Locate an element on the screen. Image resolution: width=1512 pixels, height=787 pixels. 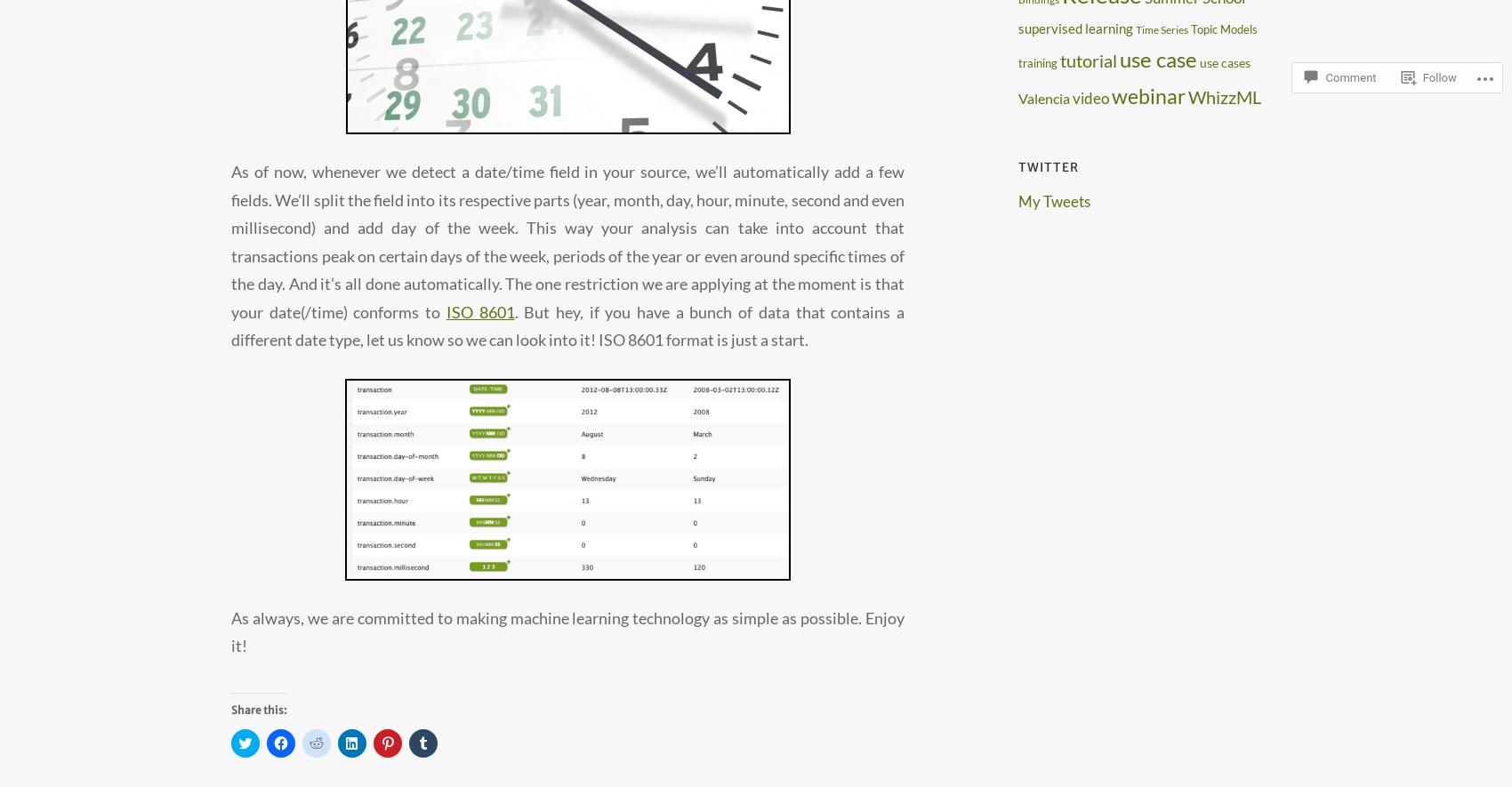
'use cases' is located at coordinates (1225, 61).